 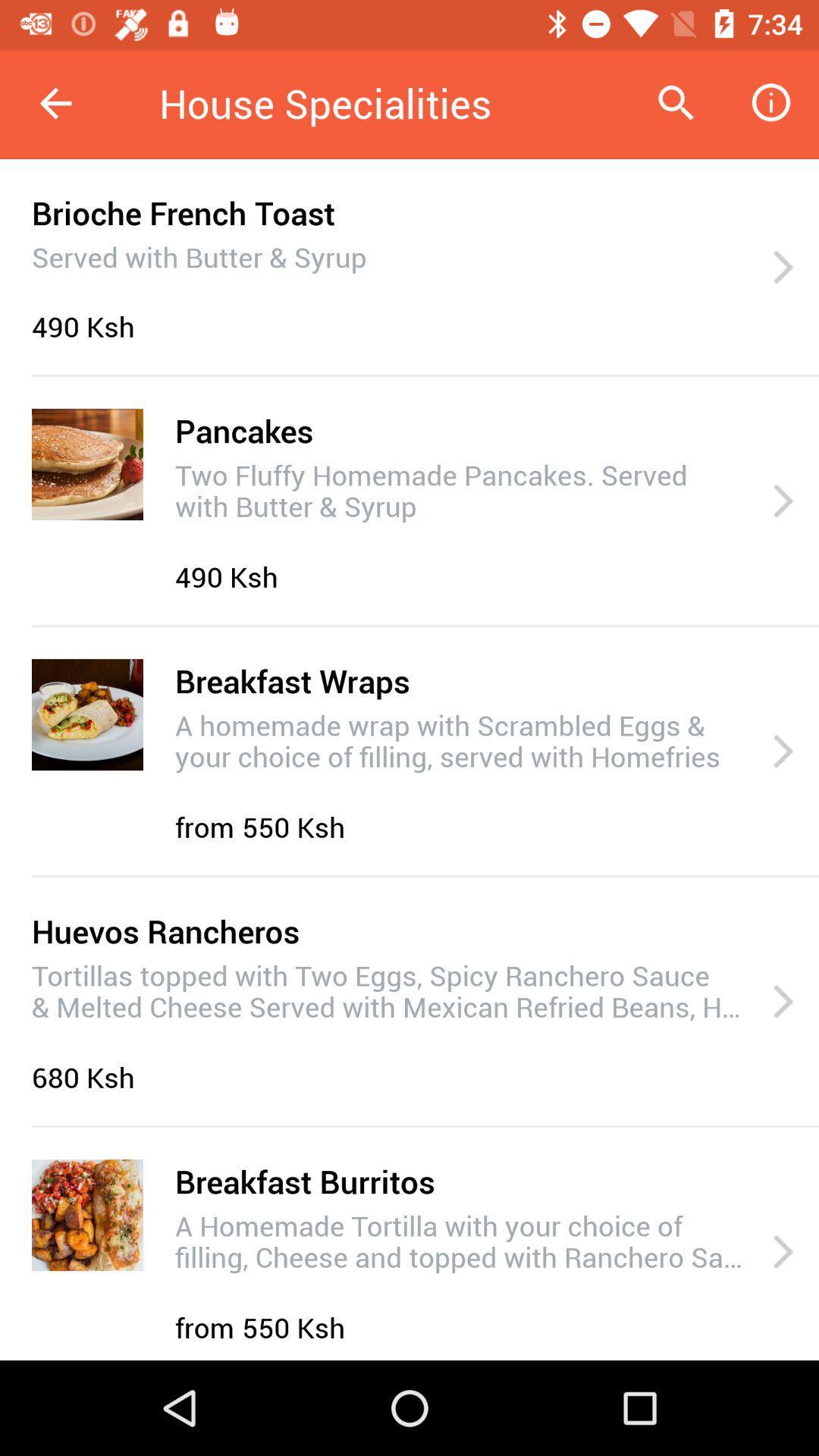 What do you see at coordinates (87, 1076) in the screenshot?
I see `the item below tortillas topped with item` at bounding box center [87, 1076].